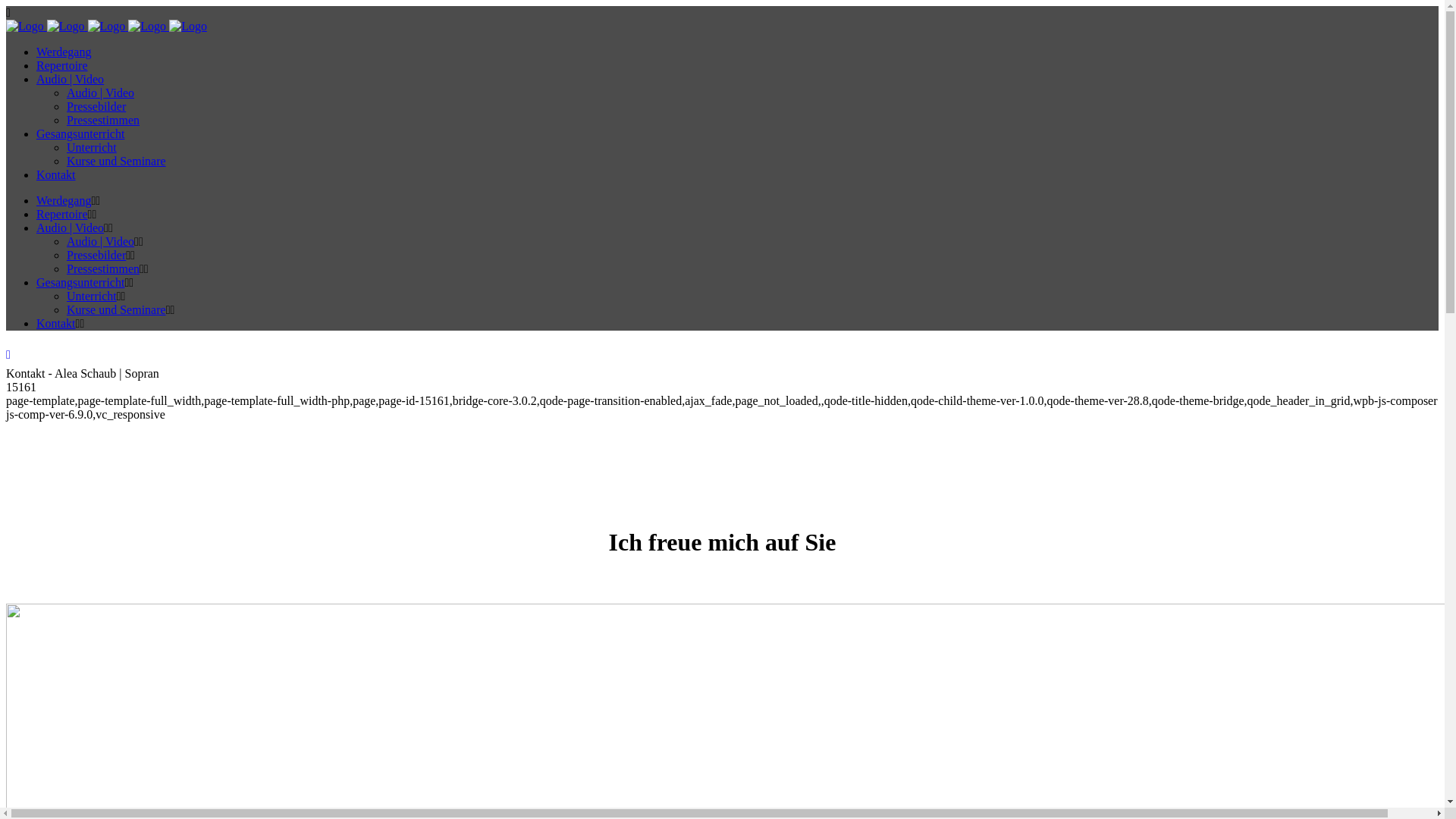 The width and height of the screenshot is (1456, 819). I want to click on 'Audio | Video', so click(99, 93).